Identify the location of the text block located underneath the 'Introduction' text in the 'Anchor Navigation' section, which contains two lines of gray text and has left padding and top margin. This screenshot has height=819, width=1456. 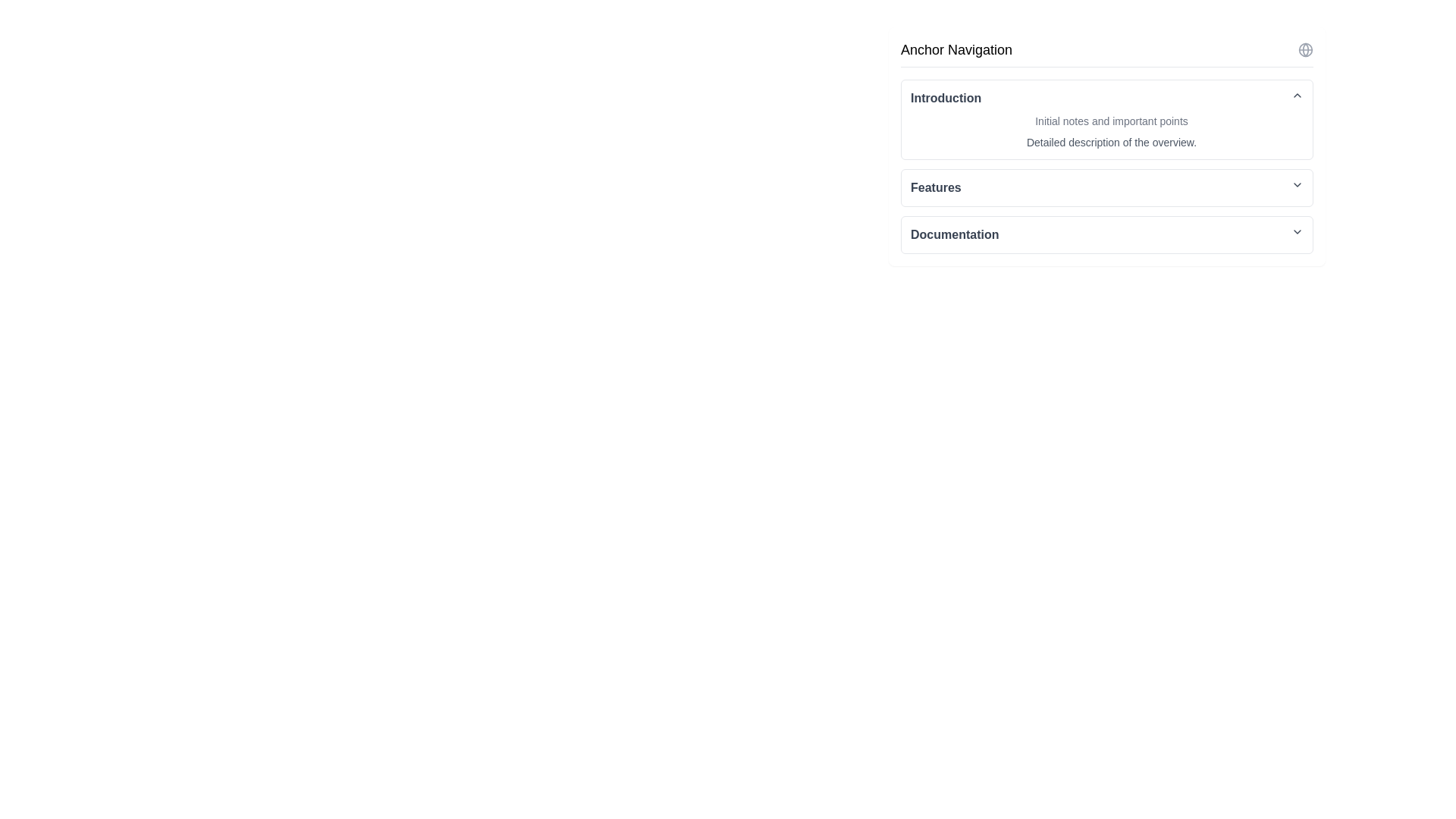
(1106, 127).